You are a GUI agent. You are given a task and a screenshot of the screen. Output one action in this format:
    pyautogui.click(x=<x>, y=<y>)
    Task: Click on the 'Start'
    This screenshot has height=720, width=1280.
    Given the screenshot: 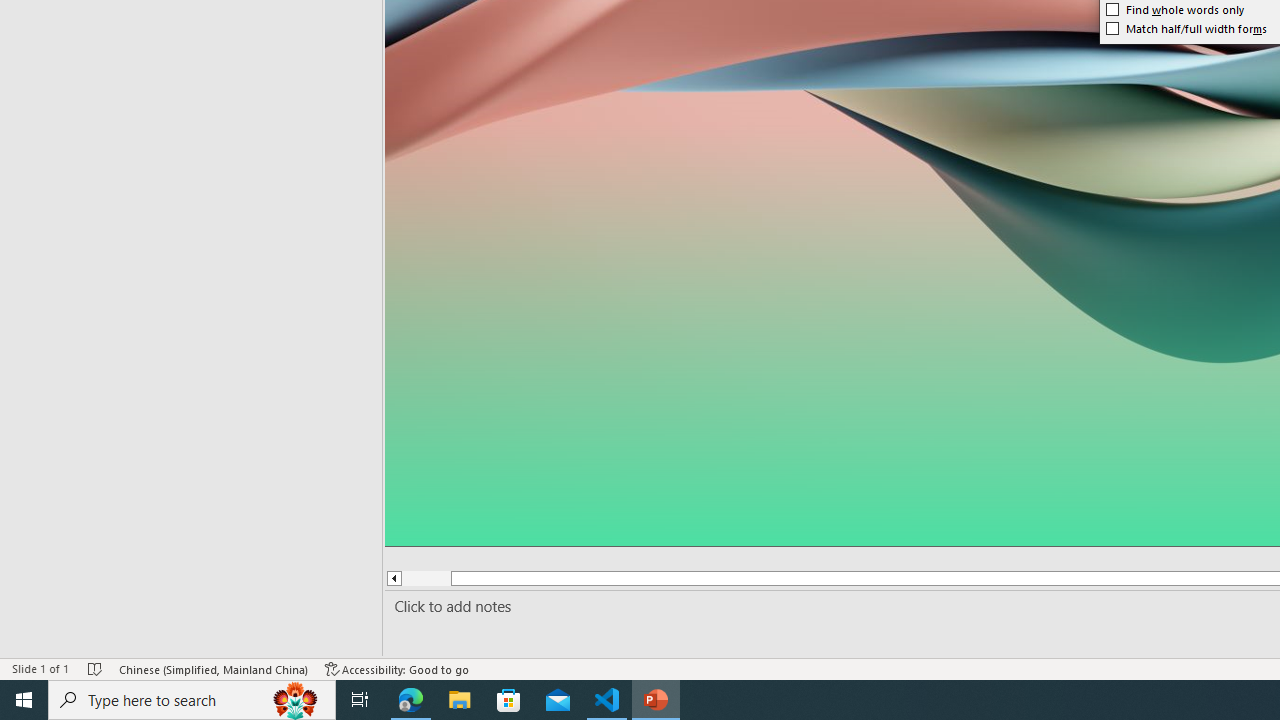 What is the action you would take?
    pyautogui.click(x=24, y=698)
    